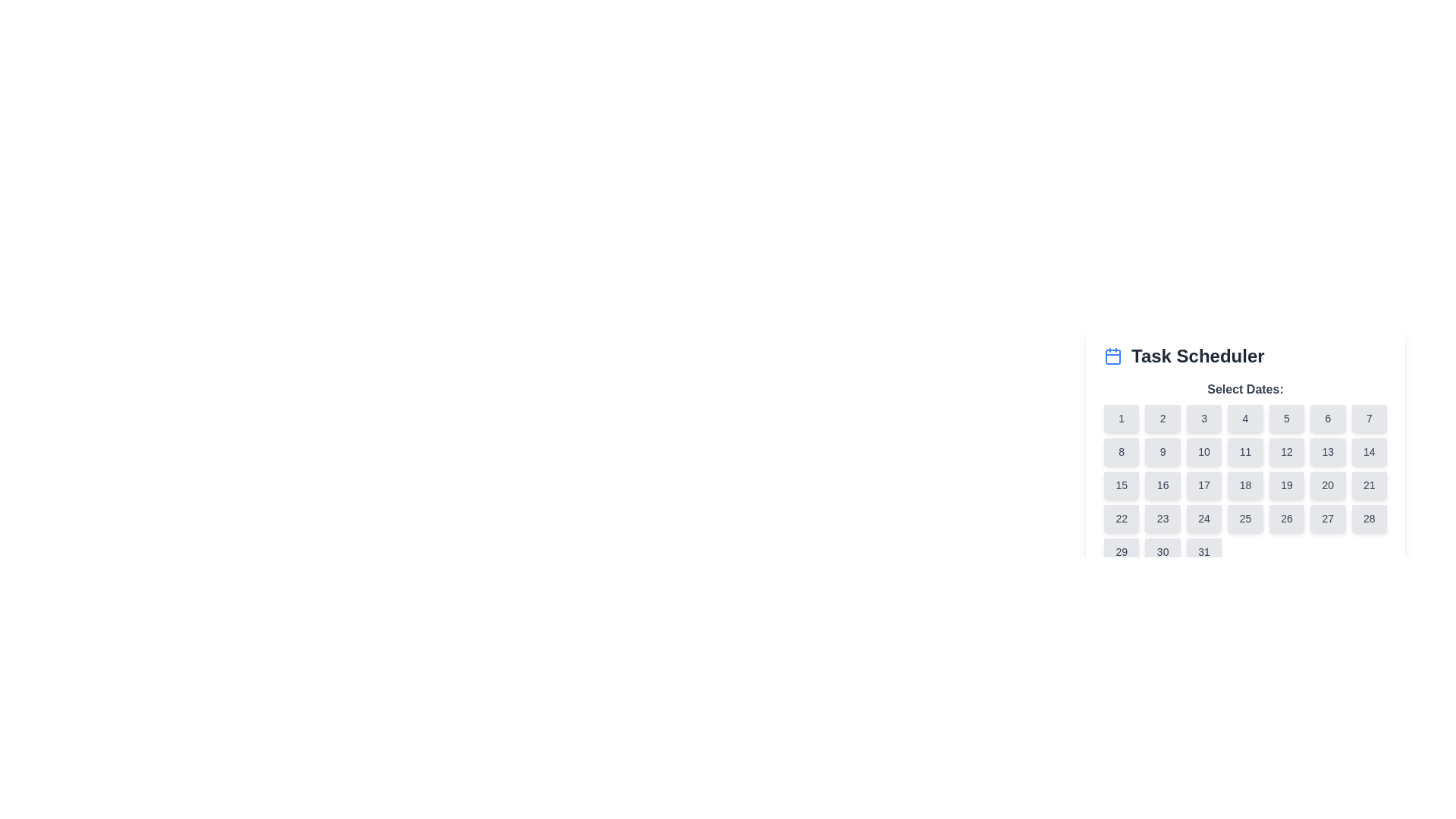 The width and height of the screenshot is (1456, 819). Describe the element at coordinates (1245, 451) in the screenshot. I see `the 11th day button in the calendar interface, located in the second row and fourth column of the grid` at that location.